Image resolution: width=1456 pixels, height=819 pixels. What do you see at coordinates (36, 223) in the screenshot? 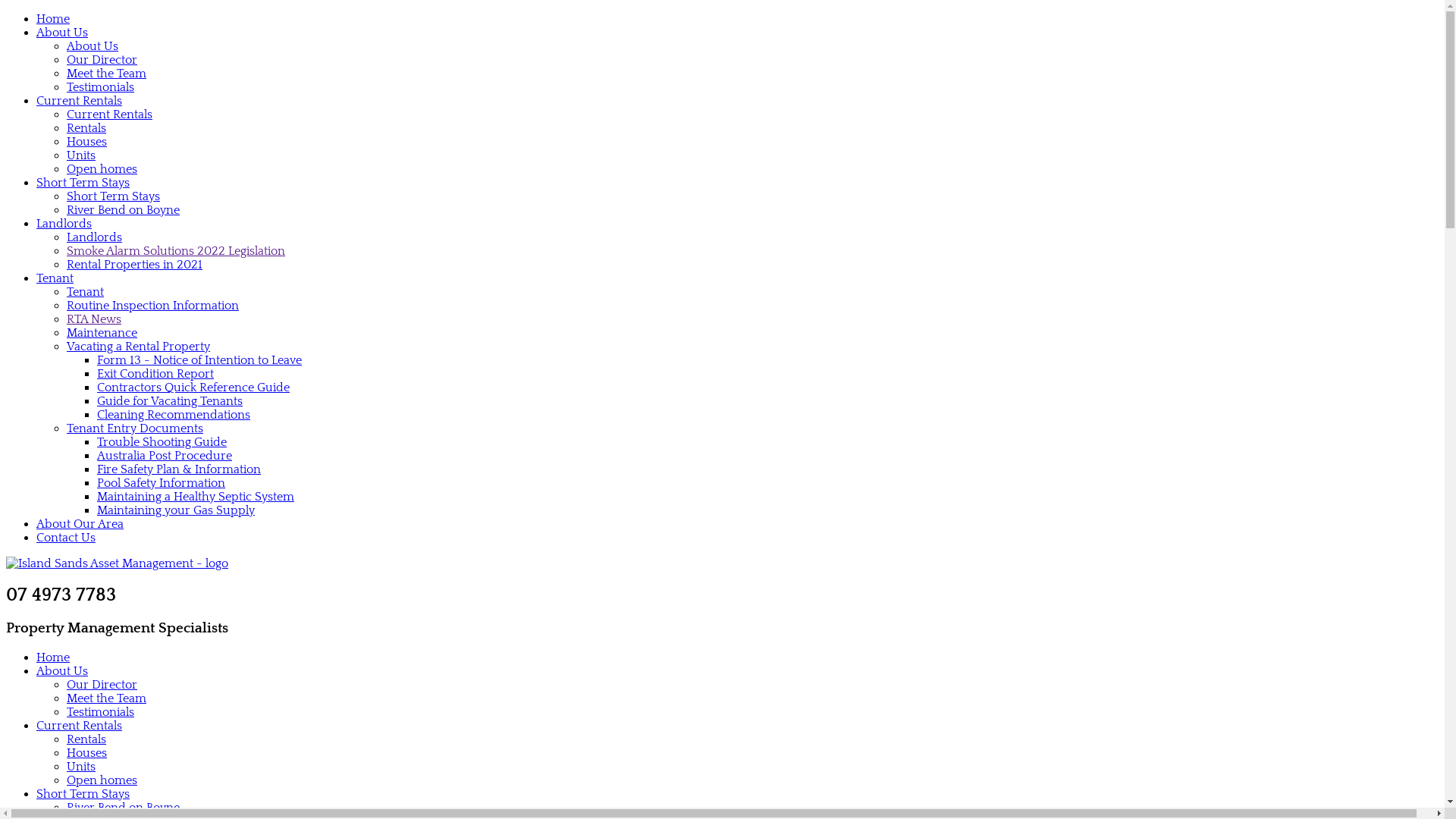
I see `'Landlords'` at bounding box center [36, 223].